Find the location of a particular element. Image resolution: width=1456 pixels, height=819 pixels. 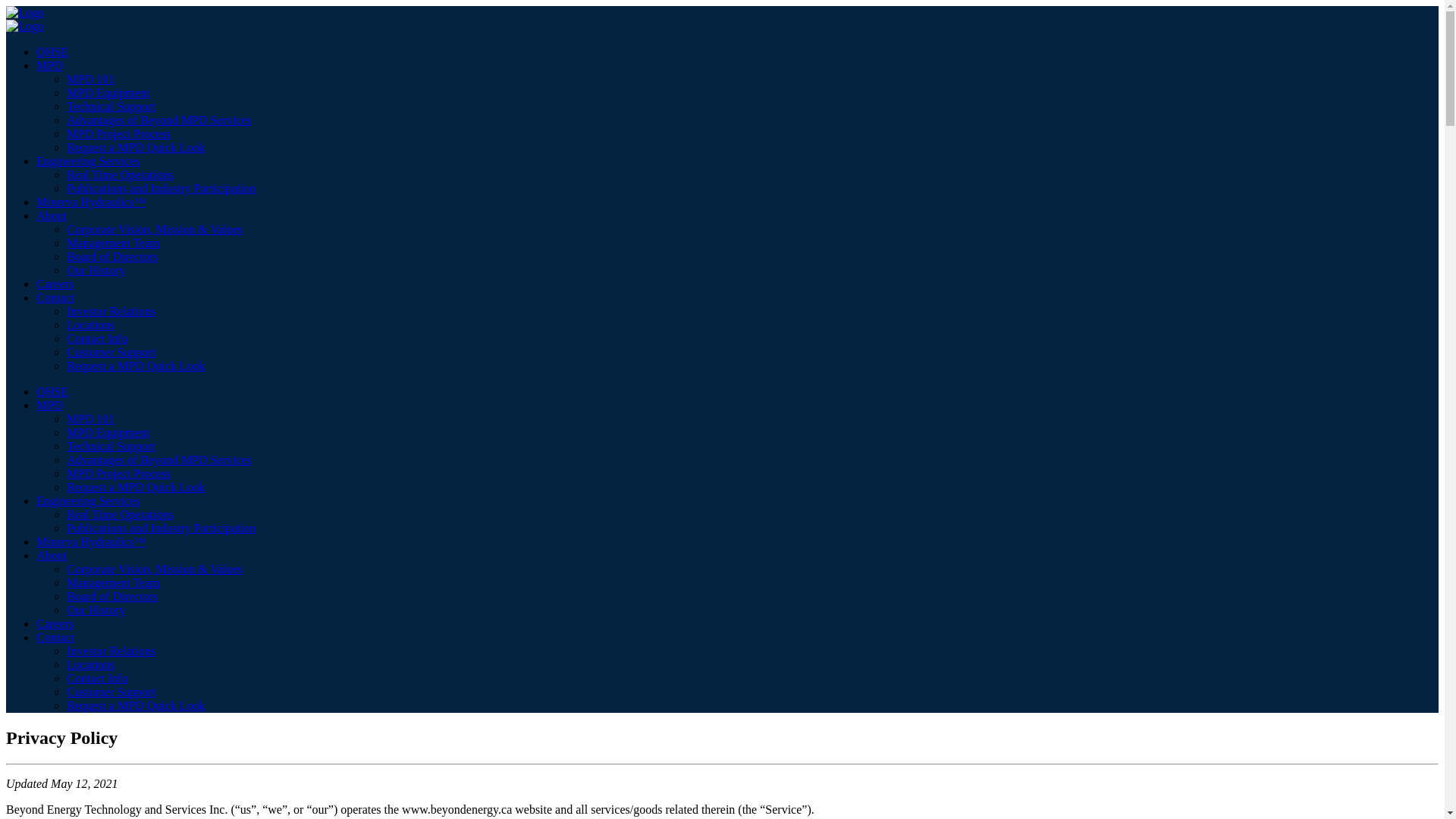

'Technical Support' is located at coordinates (110, 445).